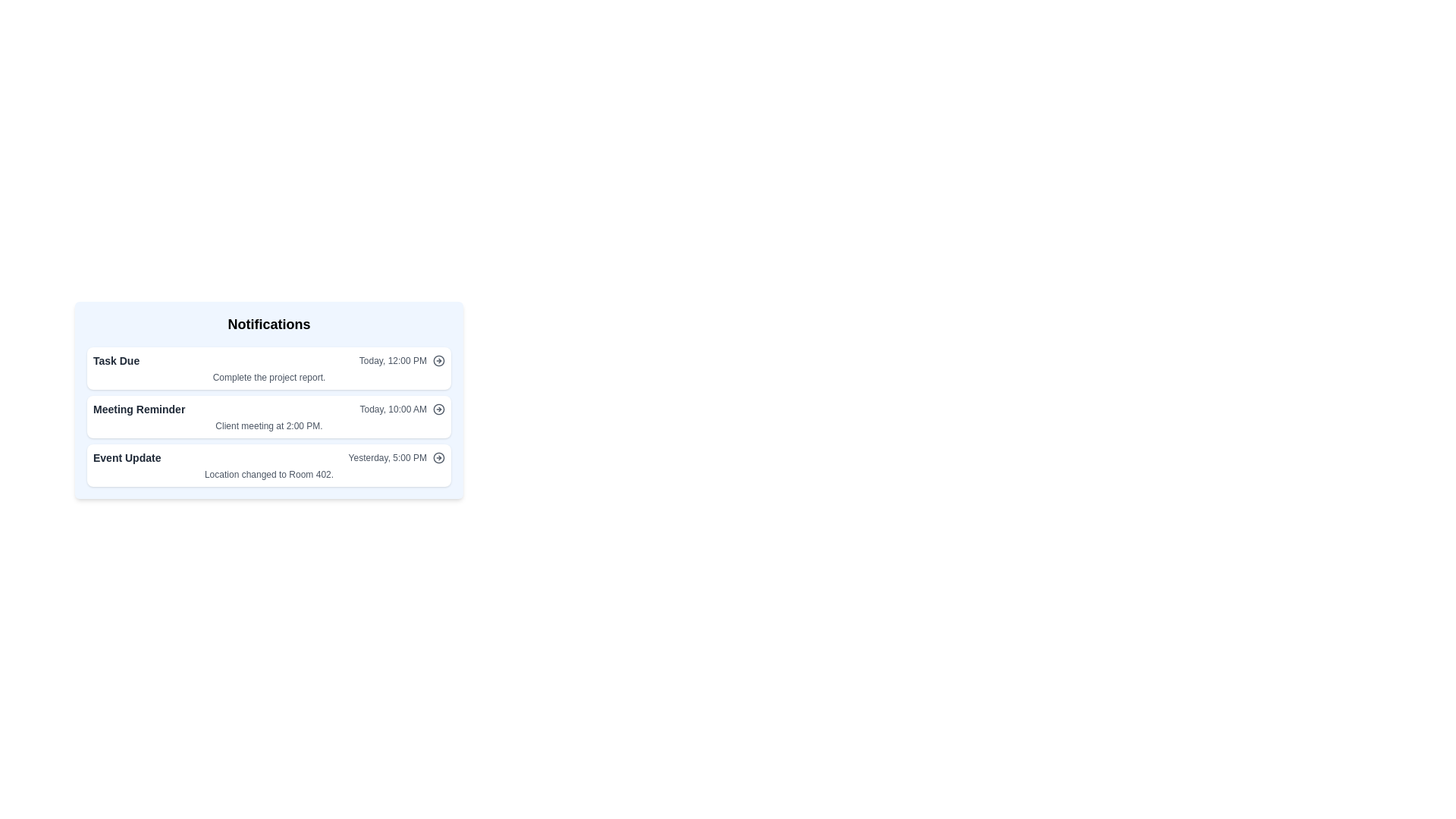  Describe the element at coordinates (139, 409) in the screenshot. I see `the 'Meeting Reminder' text label, which is bolded and dark gray, located in the notifications panel` at that location.